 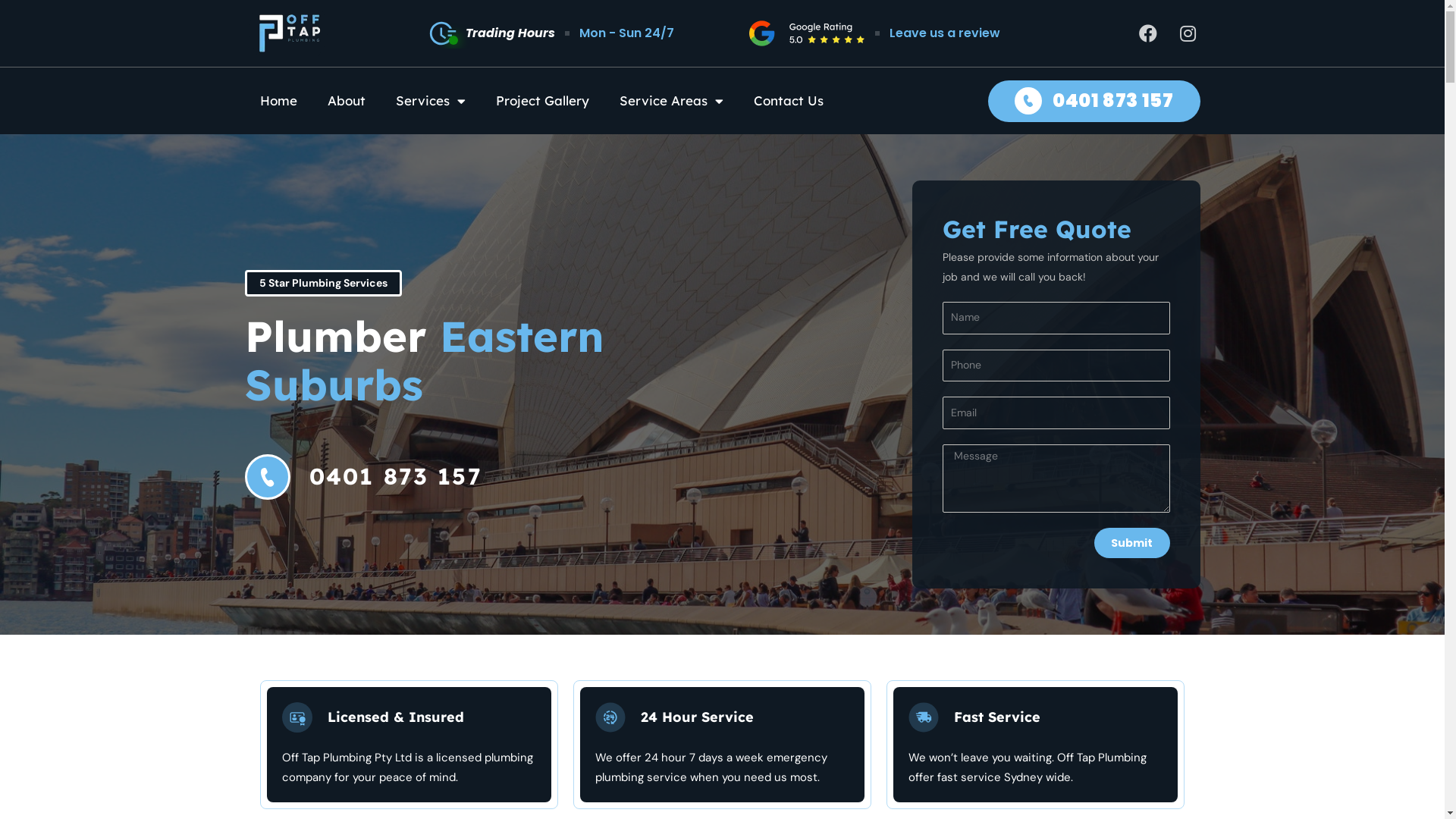 I want to click on 'Contact Us', so click(x=739, y=100).